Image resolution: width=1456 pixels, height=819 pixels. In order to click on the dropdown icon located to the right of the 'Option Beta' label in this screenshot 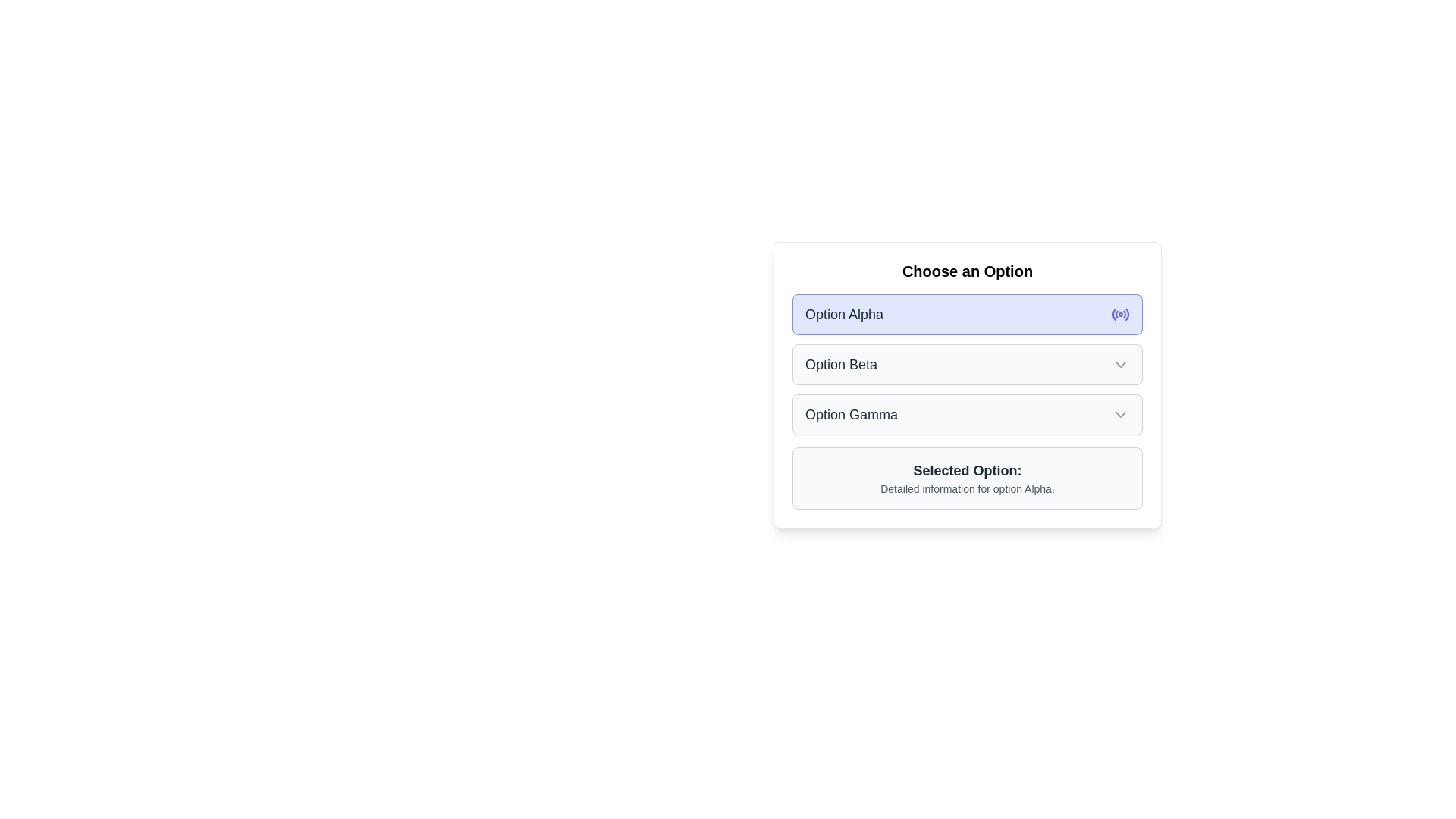, I will do `click(1121, 365)`.